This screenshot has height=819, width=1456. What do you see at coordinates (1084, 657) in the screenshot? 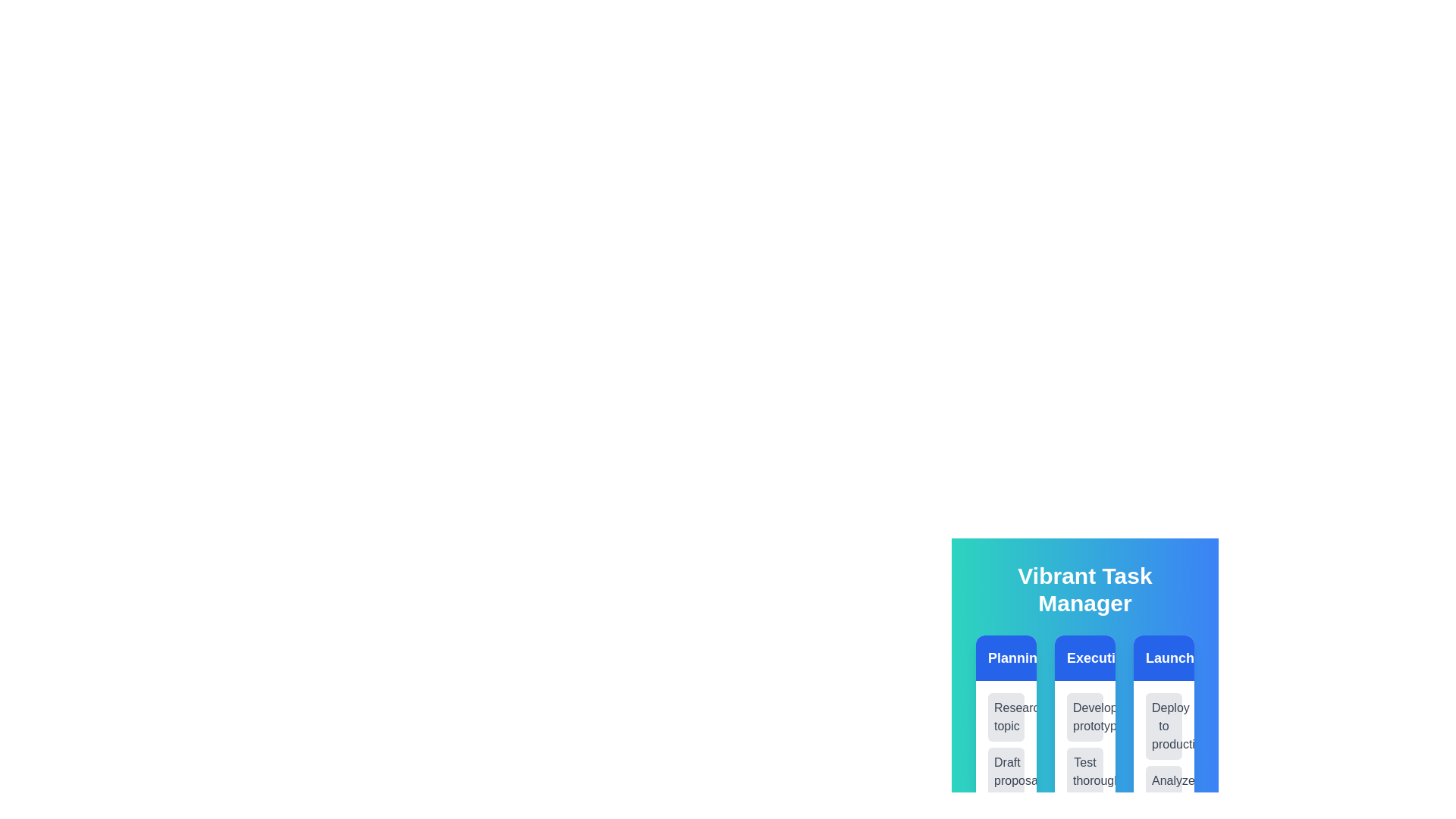
I see `the header labeled 'Execution' which is positioned in the middle of a three-column layout below 'Vibrant Task Manager'` at bounding box center [1084, 657].